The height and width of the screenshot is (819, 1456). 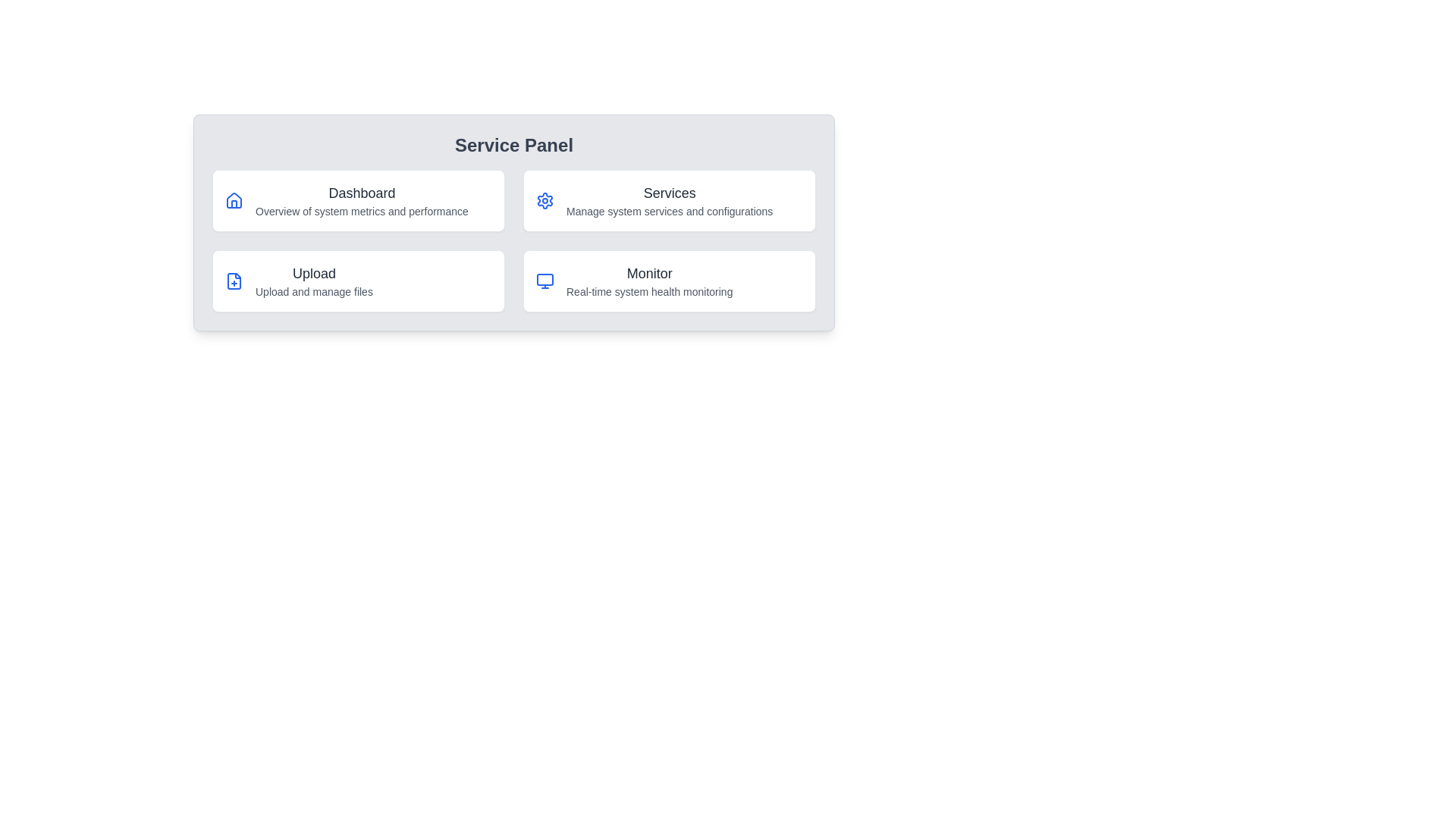 I want to click on the 'Services' icon located in the top-left corner of the Services card in the Service Panel layout, so click(x=545, y=200).